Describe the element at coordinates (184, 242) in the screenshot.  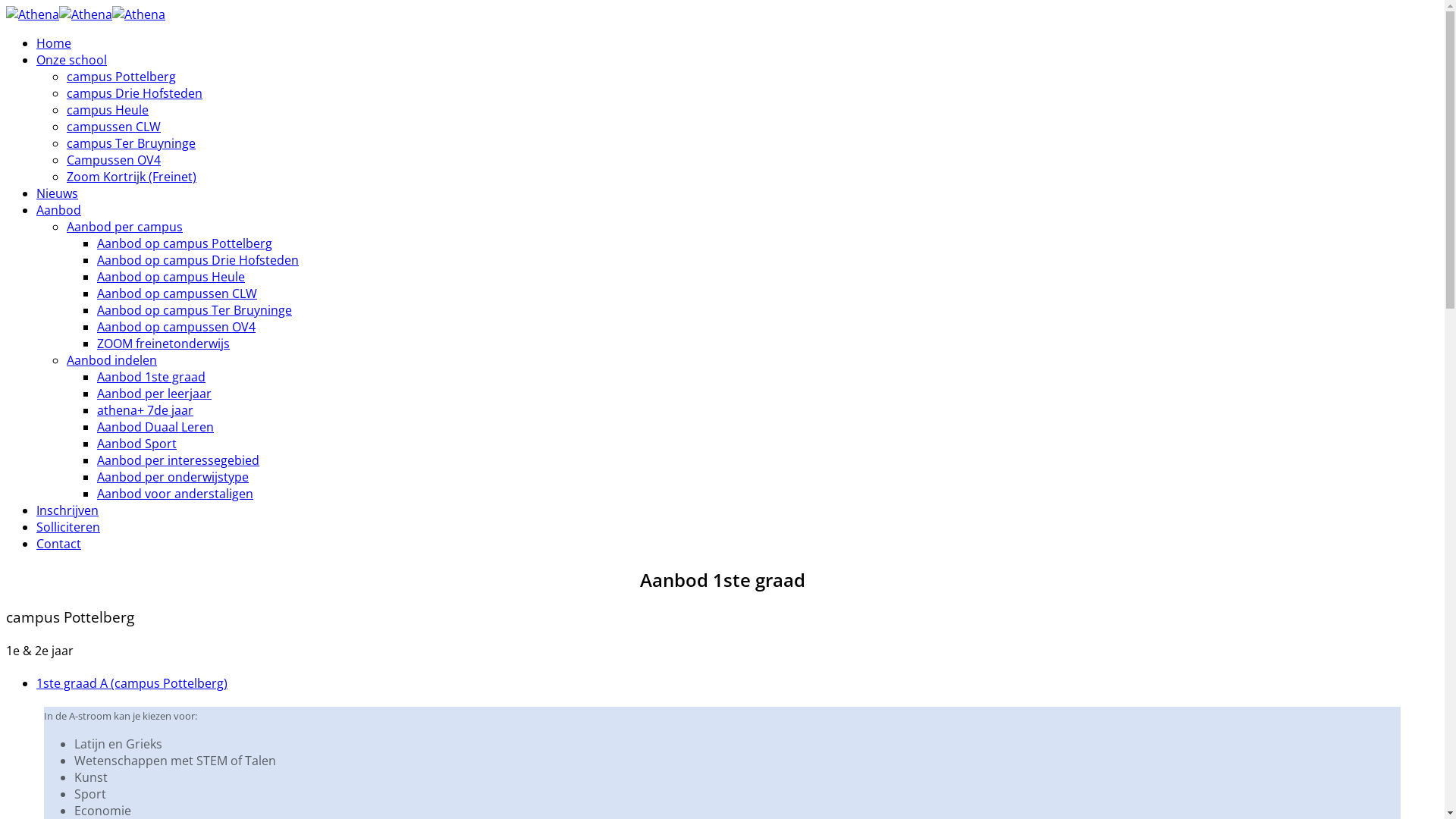
I see `'Aanbod op campus Pottelberg'` at that location.